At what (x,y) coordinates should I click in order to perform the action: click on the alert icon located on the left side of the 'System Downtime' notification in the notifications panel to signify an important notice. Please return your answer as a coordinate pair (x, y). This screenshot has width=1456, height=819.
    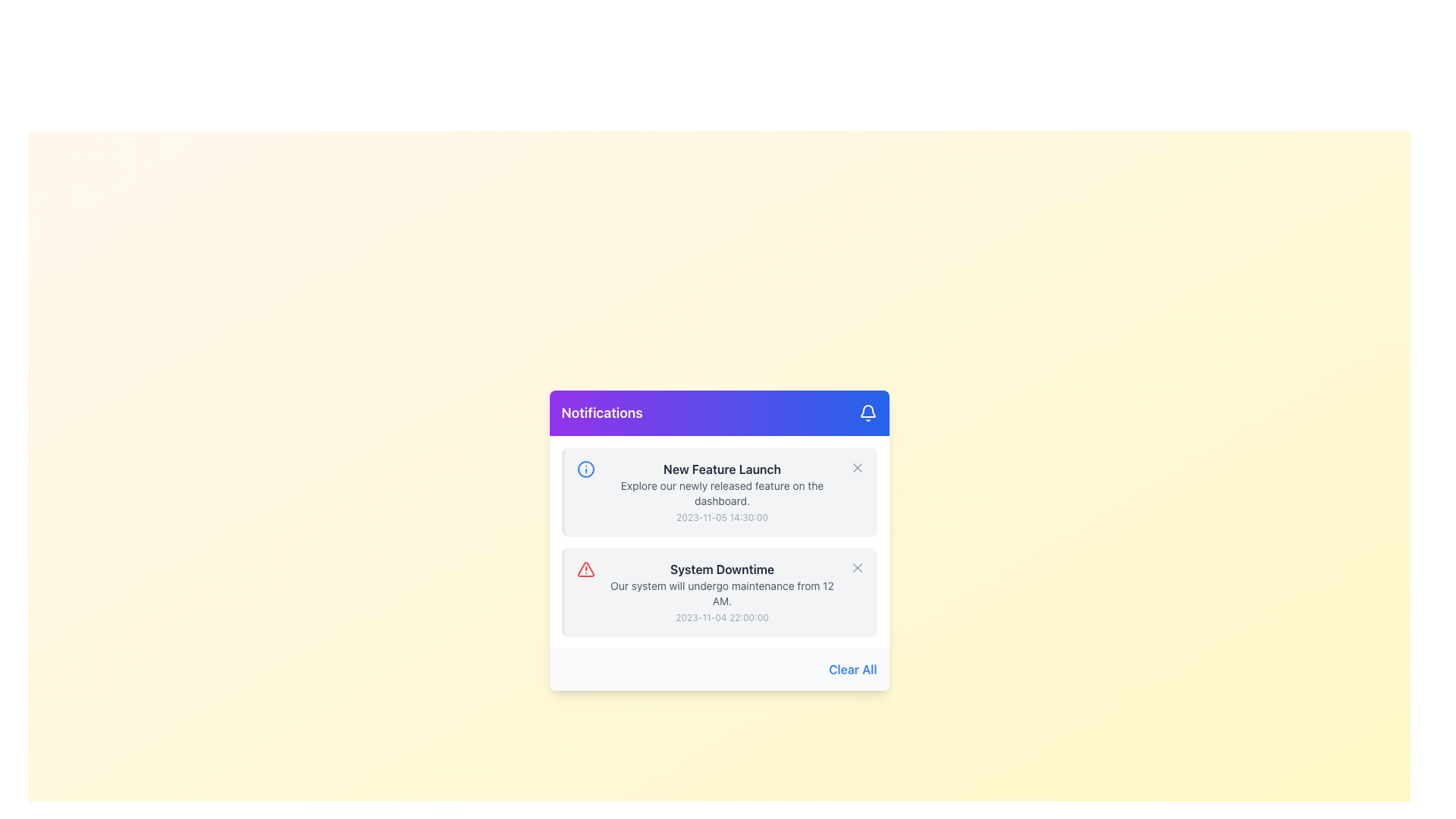
    Looking at the image, I should click on (585, 570).